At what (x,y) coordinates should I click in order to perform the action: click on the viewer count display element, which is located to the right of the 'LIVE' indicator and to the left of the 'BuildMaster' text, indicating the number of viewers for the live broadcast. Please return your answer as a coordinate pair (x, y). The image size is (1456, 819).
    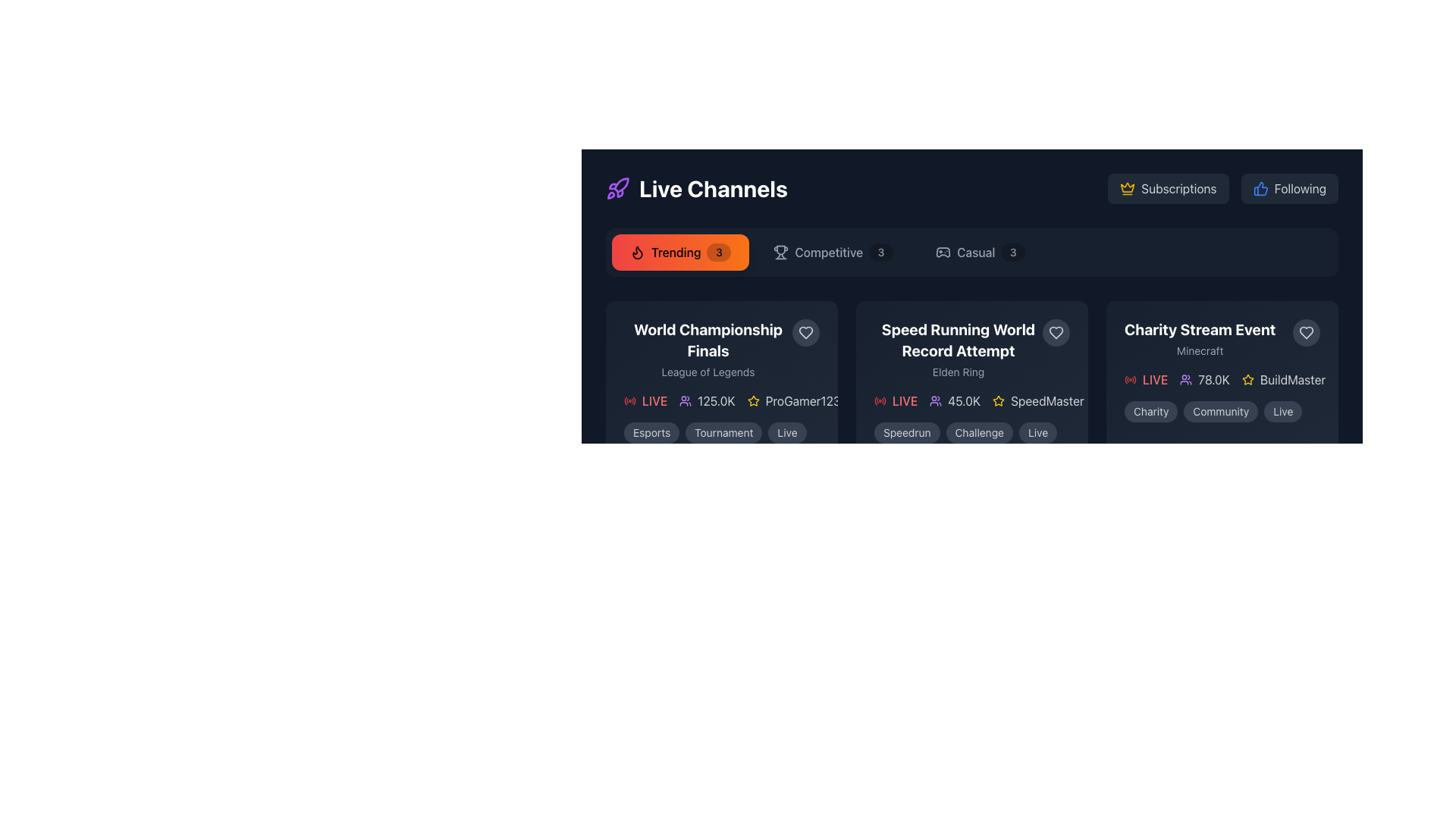
    Looking at the image, I should click on (1204, 379).